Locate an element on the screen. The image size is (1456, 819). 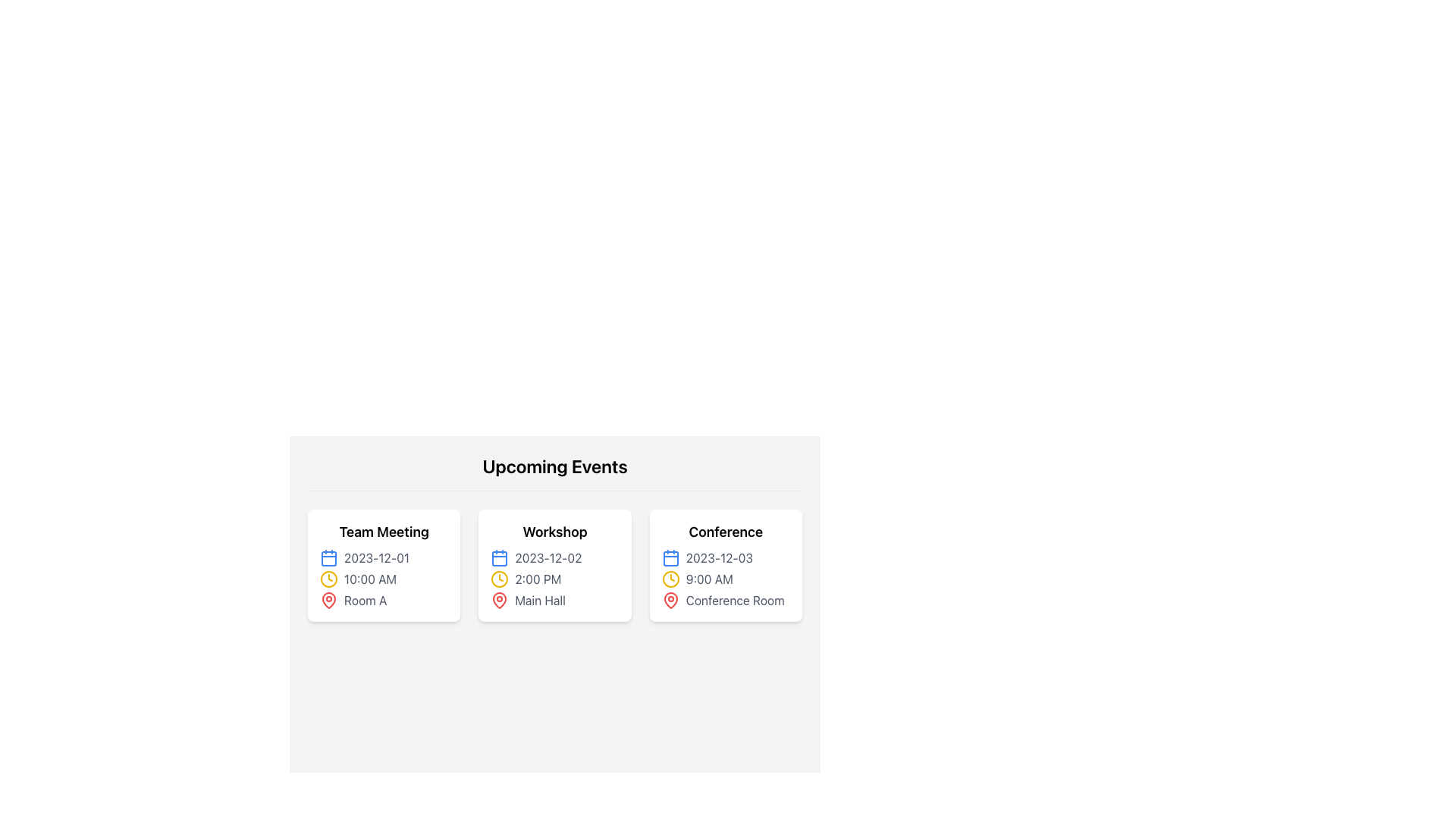
the symbolic indicator icon representing the 'Main Hall' location, which is located to the left of the 'Main Hall' text within the 'Workshop' card in the 'Upcoming Events' section is located at coordinates (500, 599).